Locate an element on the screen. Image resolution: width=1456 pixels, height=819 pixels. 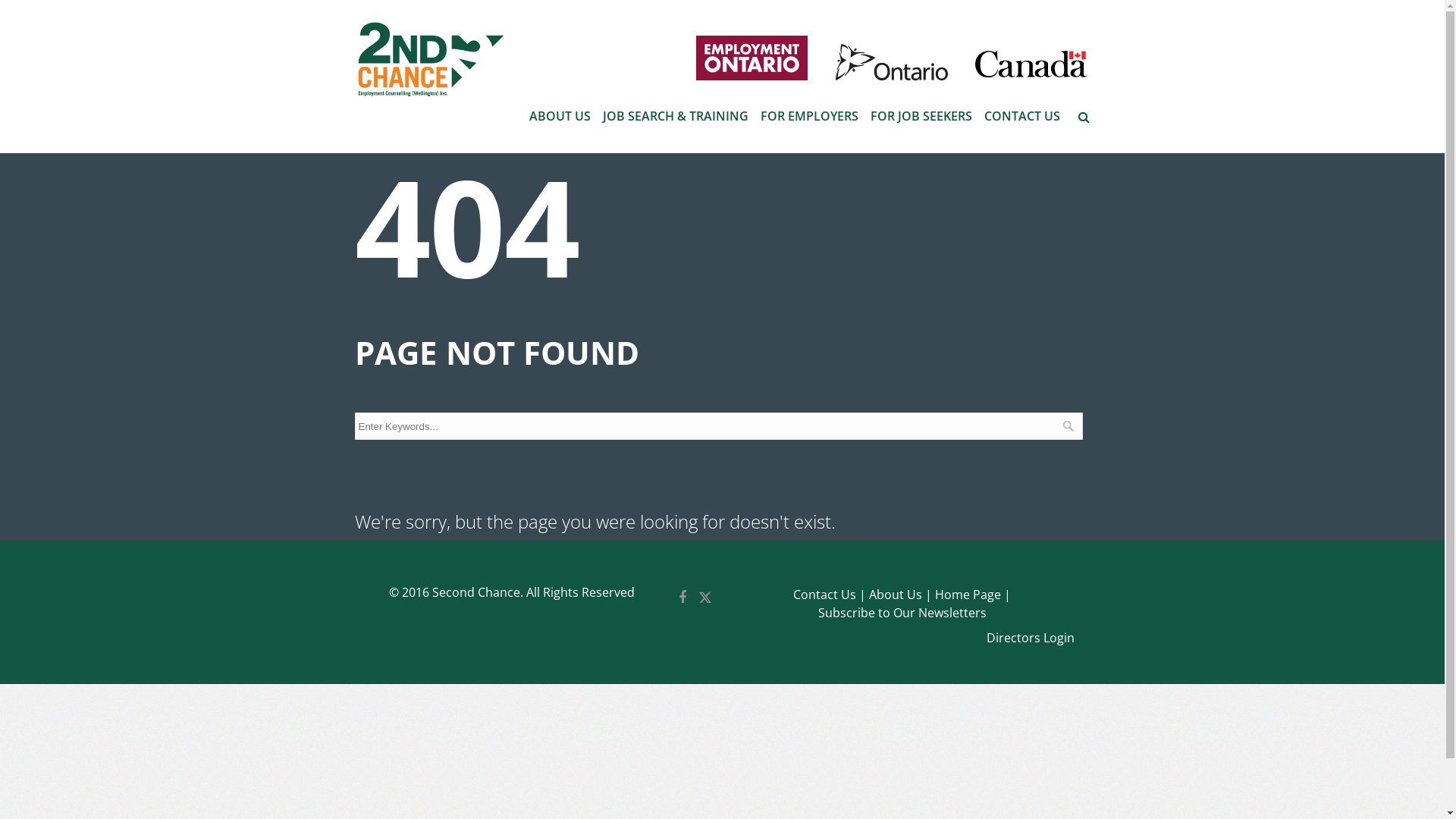
'Subscribe to Our Newsletters' is located at coordinates (902, 612).